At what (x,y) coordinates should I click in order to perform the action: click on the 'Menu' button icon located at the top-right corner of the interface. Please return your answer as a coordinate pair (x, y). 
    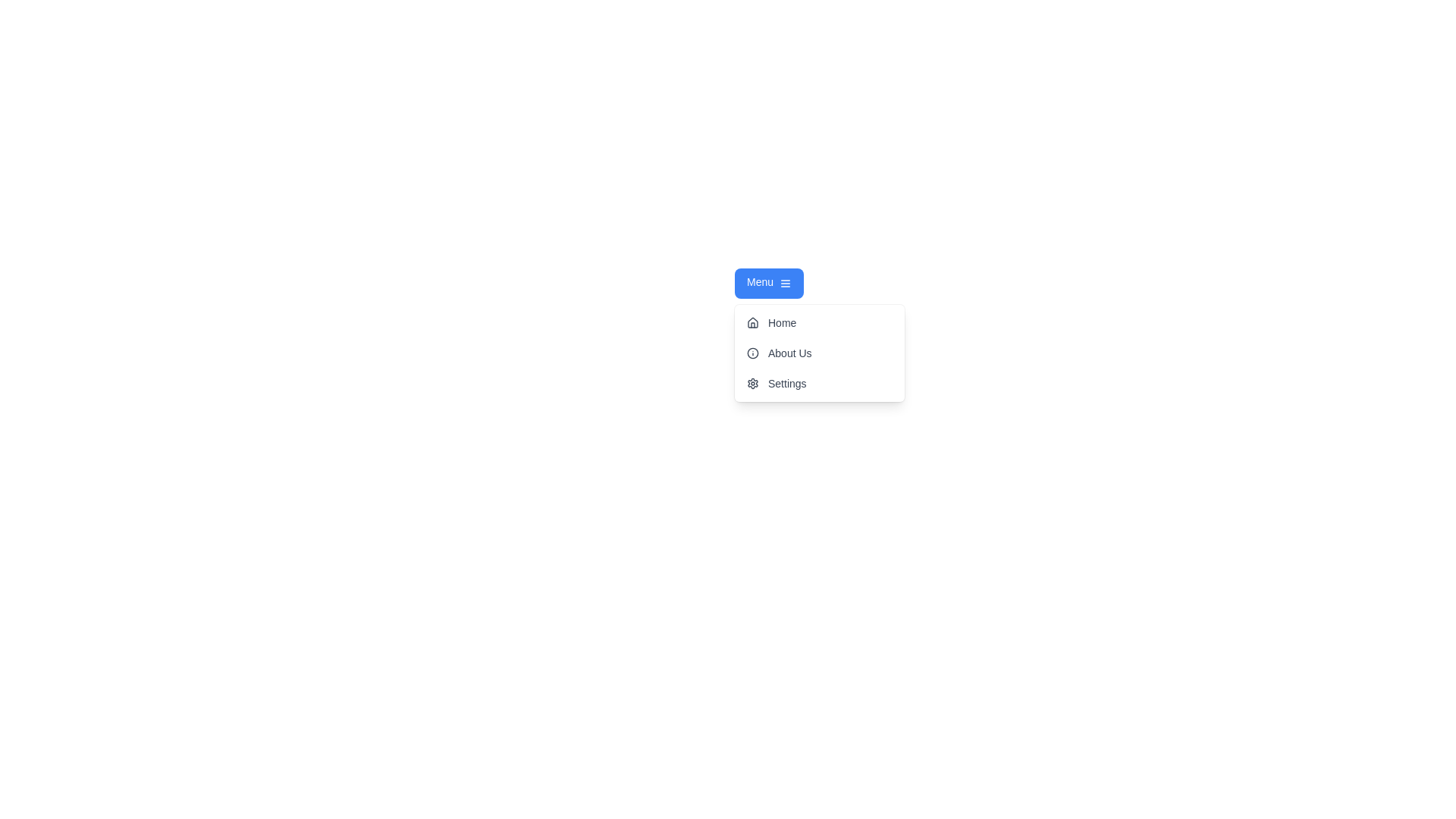
    Looking at the image, I should click on (786, 284).